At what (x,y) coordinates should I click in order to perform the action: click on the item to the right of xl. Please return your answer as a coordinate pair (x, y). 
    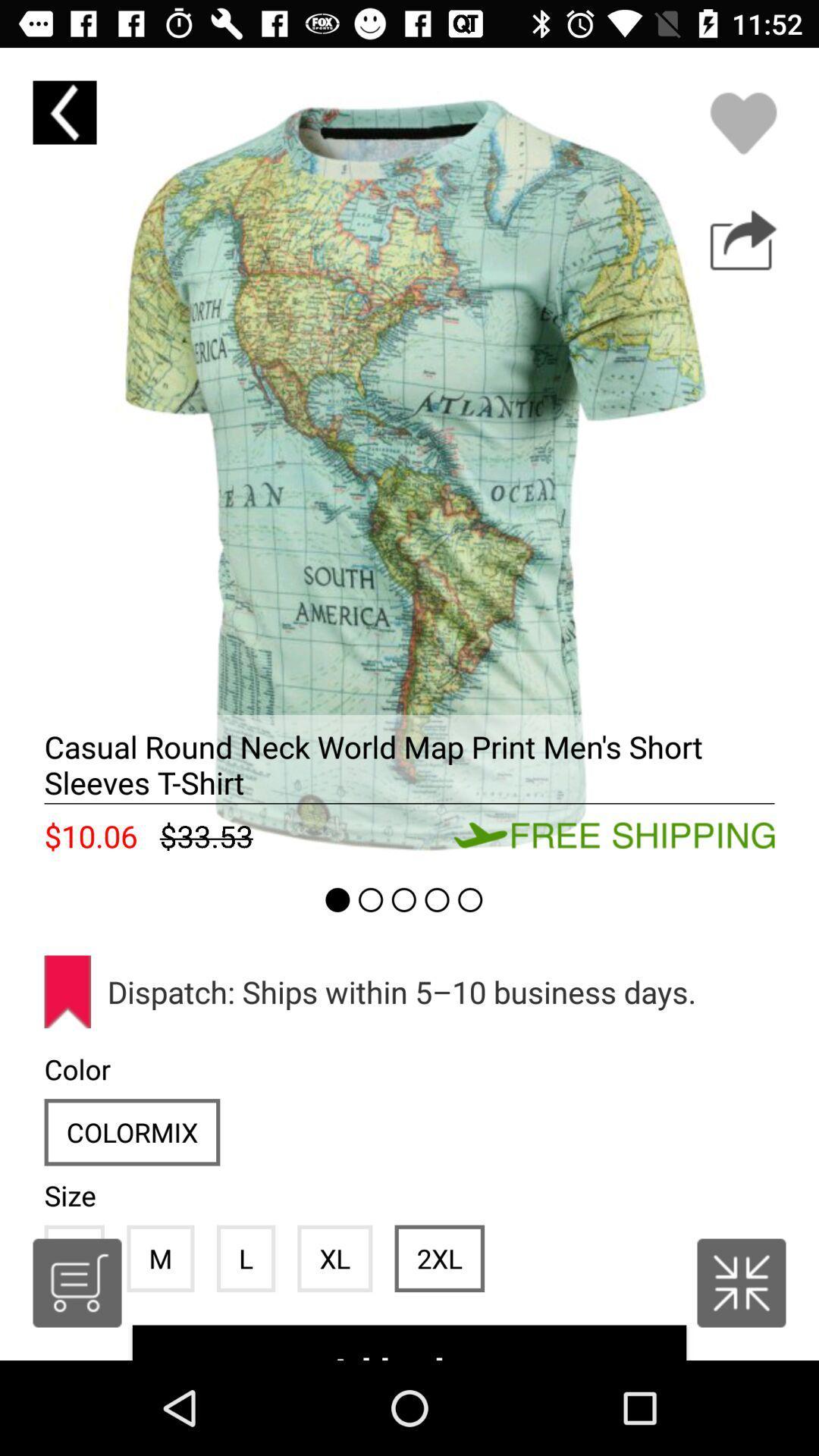
    Looking at the image, I should click on (439, 1258).